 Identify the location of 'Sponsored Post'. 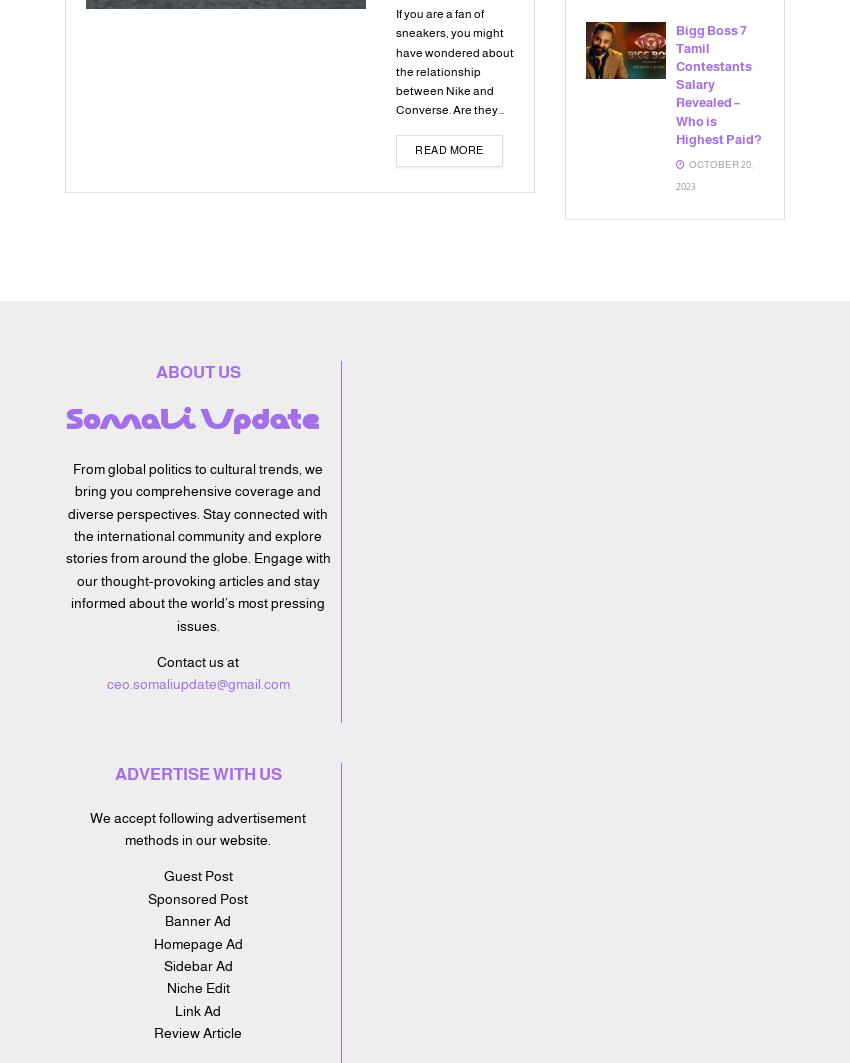
(196, 897).